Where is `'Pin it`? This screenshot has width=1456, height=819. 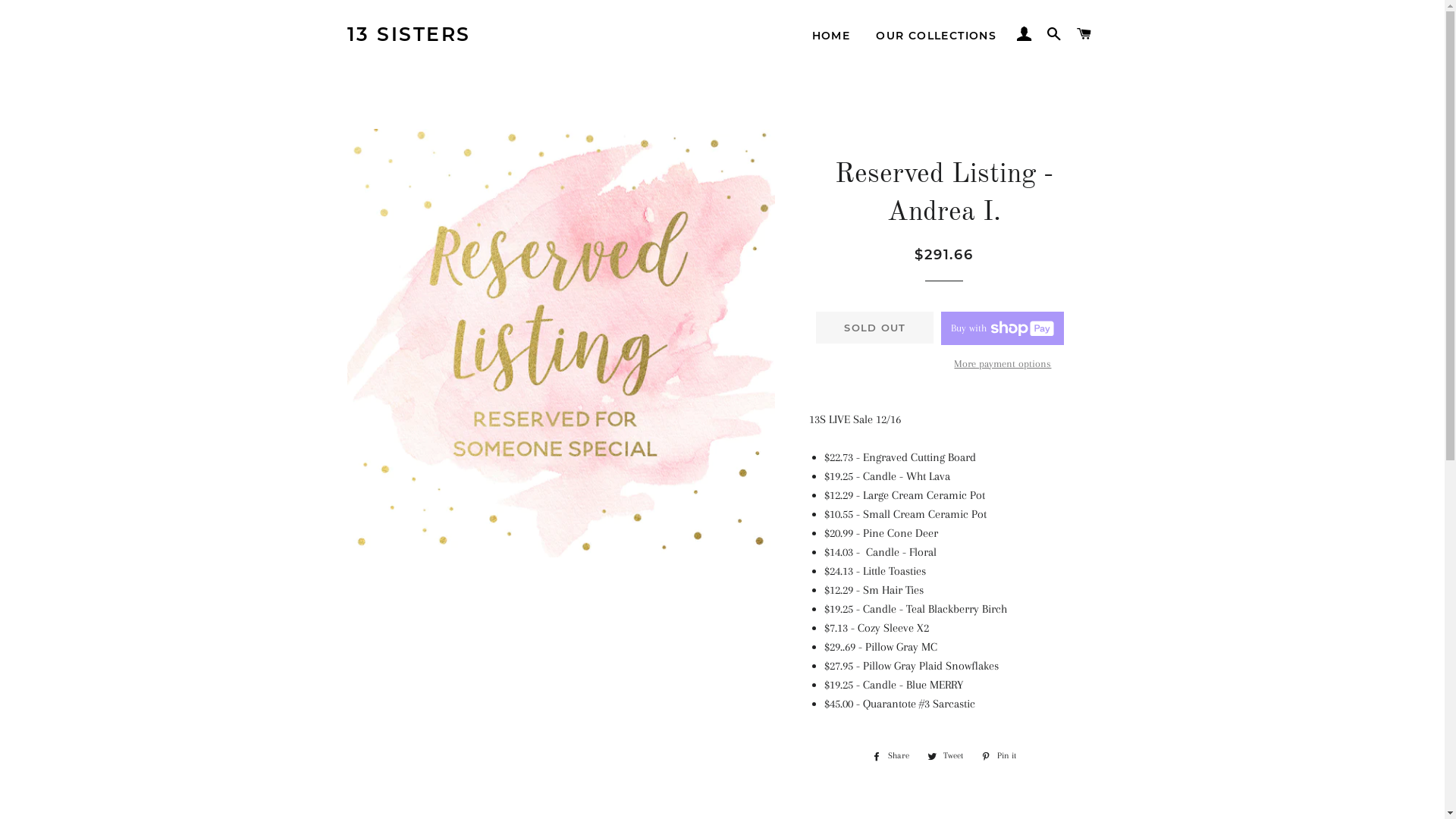
'Pin it is located at coordinates (998, 755).